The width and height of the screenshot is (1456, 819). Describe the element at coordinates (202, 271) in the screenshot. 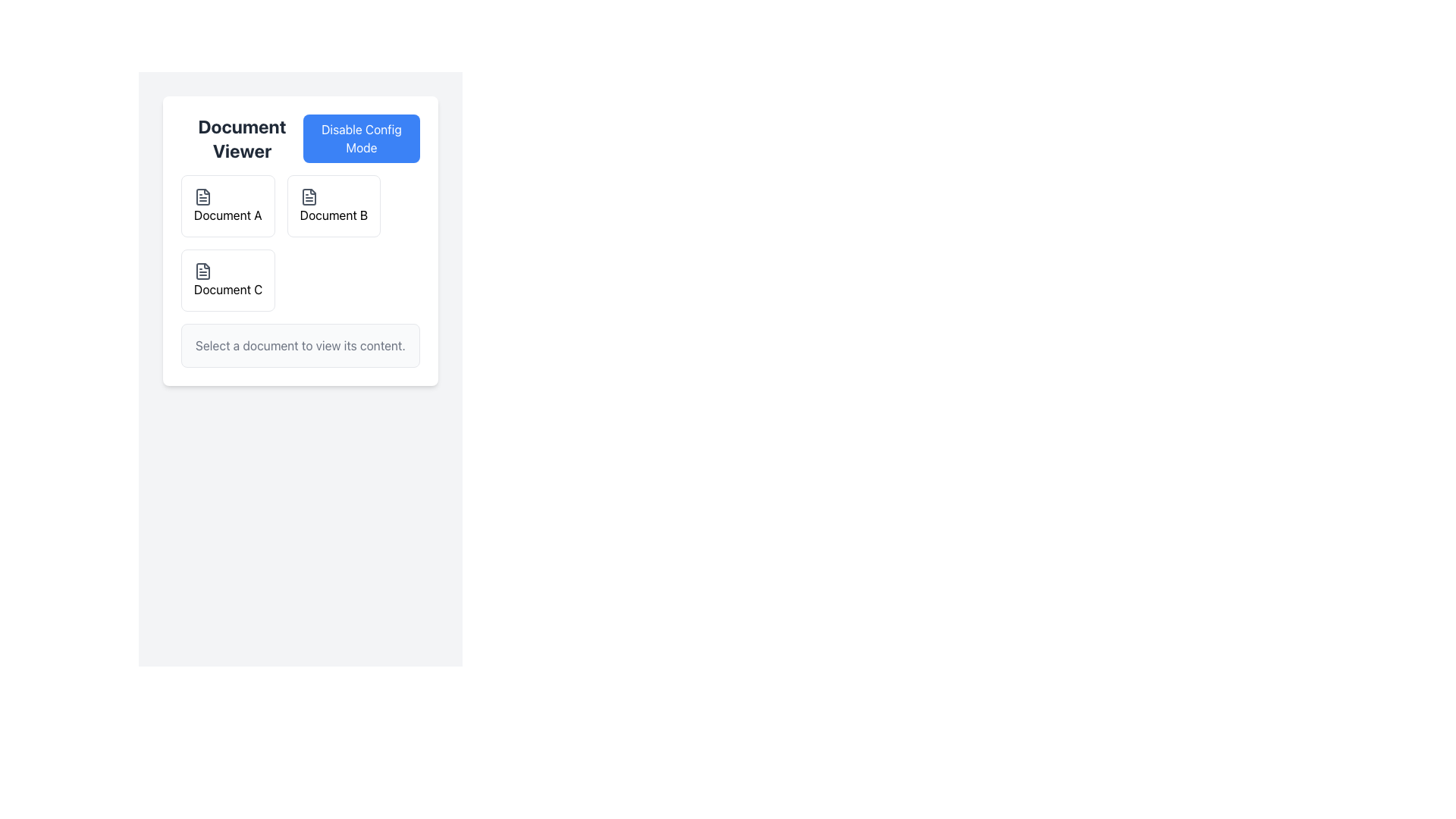

I see `the leftmost document icon, which is a rectangular icon with a white fill and gray outline, depicting a document with a folded corner and lines representing text, located below the 'Document Viewer' heading and to the left of 'Document C'` at that location.